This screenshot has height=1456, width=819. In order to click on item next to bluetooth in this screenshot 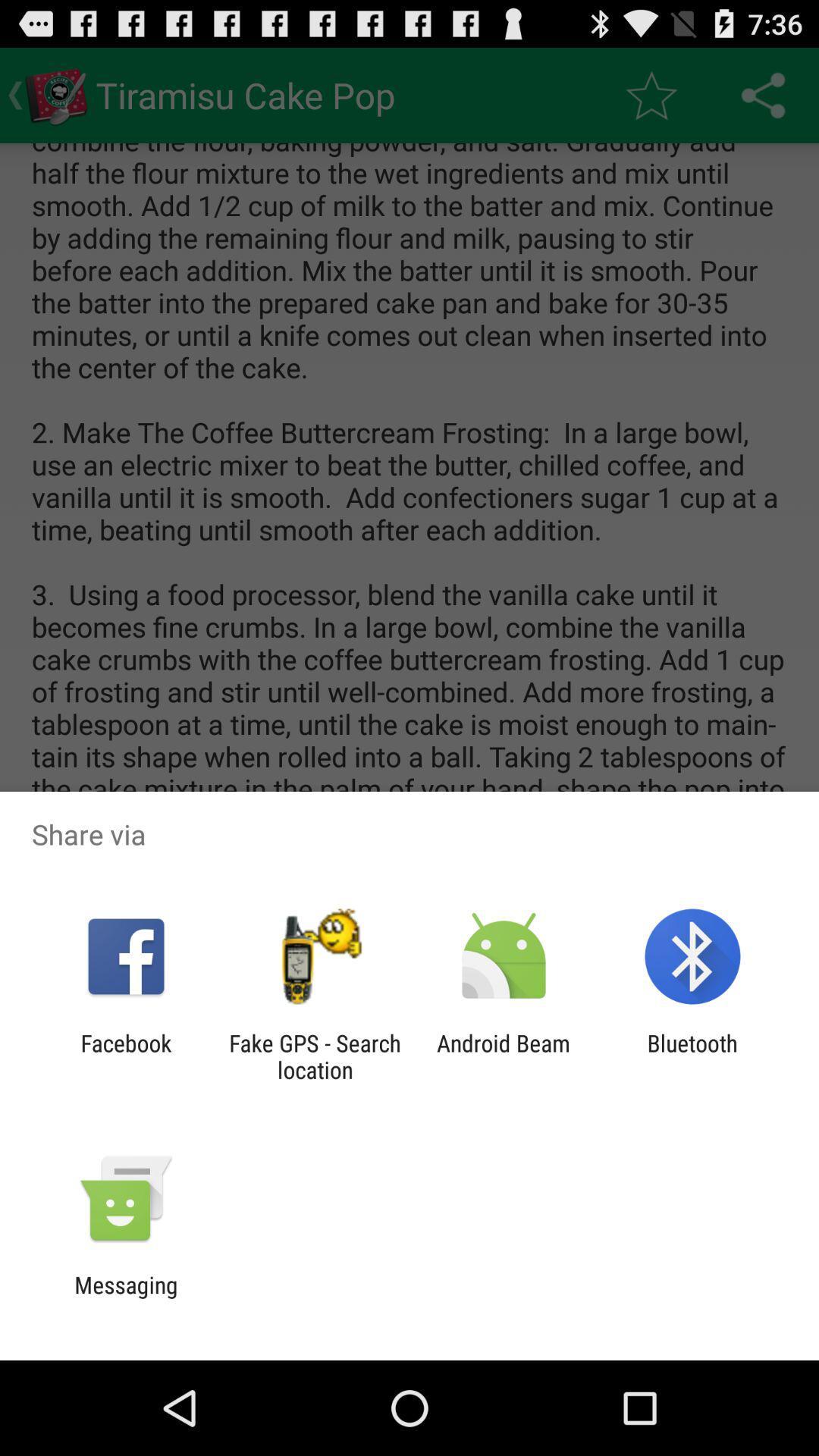, I will do `click(504, 1056)`.